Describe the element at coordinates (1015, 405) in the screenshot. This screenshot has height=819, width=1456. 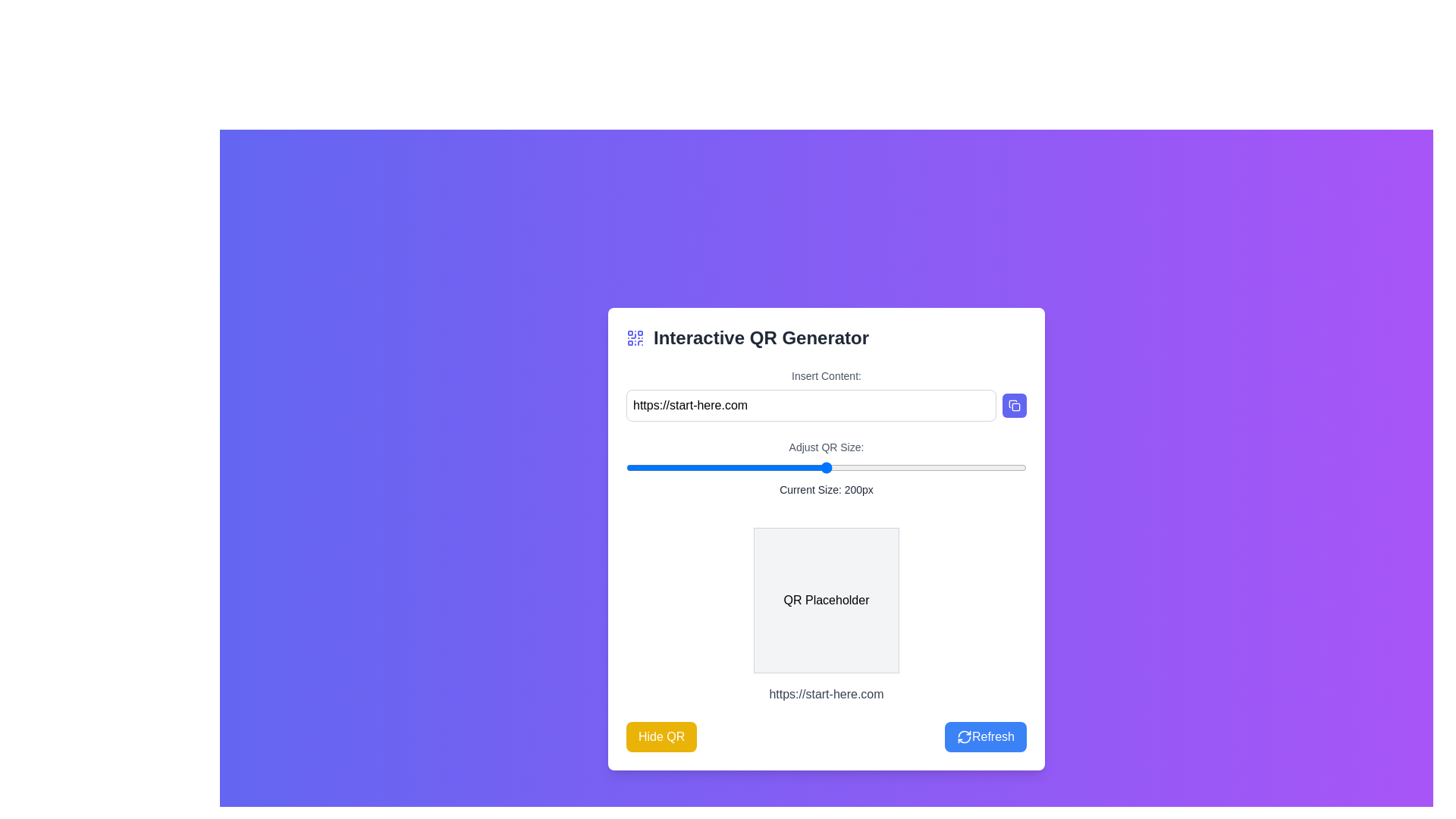
I see `the copy button located to the right of the input field displaying 'https://start-here.com'` at that location.